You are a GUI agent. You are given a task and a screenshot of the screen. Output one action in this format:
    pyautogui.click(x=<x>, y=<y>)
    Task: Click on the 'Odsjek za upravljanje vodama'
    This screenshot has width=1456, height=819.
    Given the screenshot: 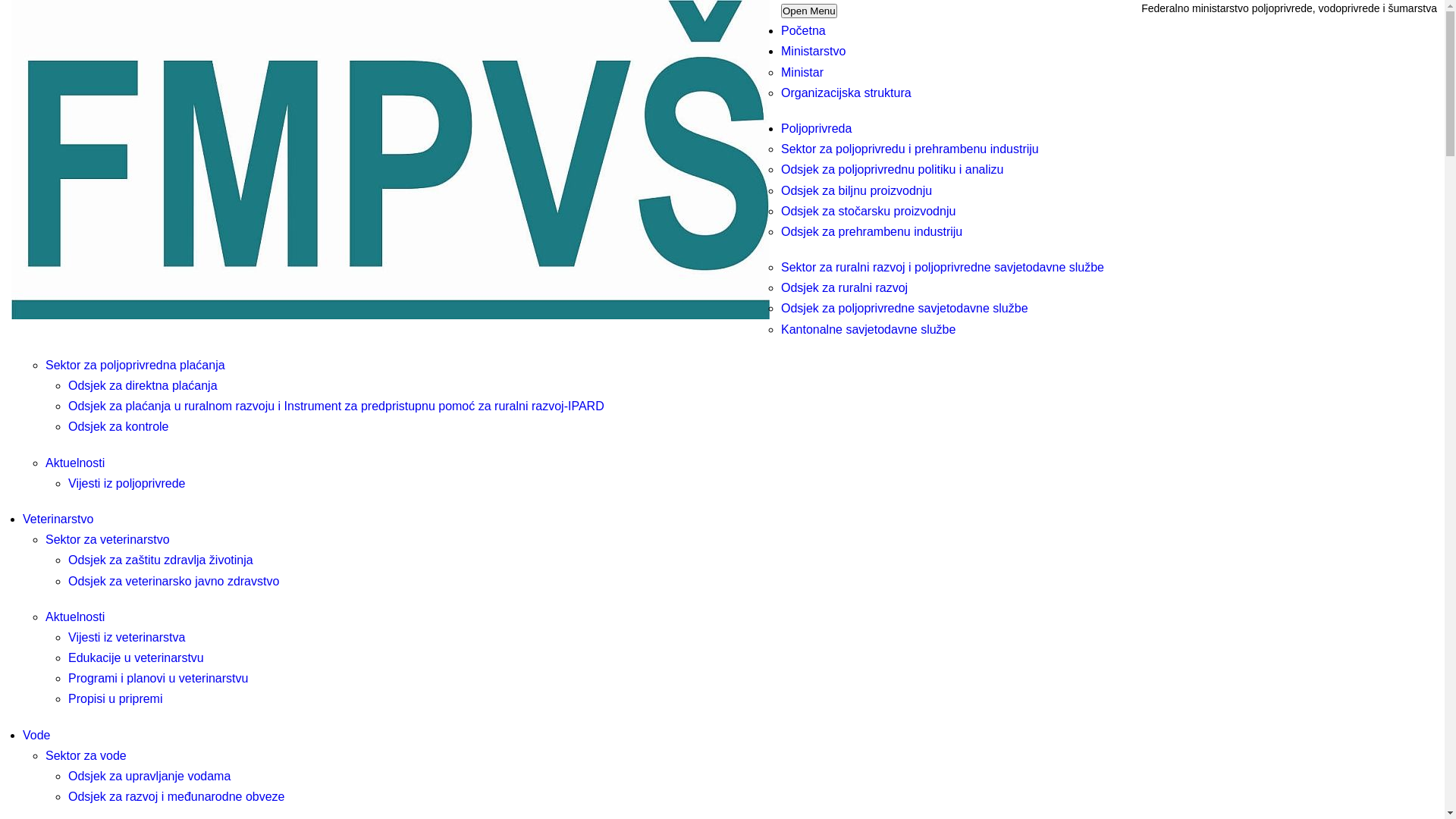 What is the action you would take?
    pyautogui.click(x=149, y=776)
    